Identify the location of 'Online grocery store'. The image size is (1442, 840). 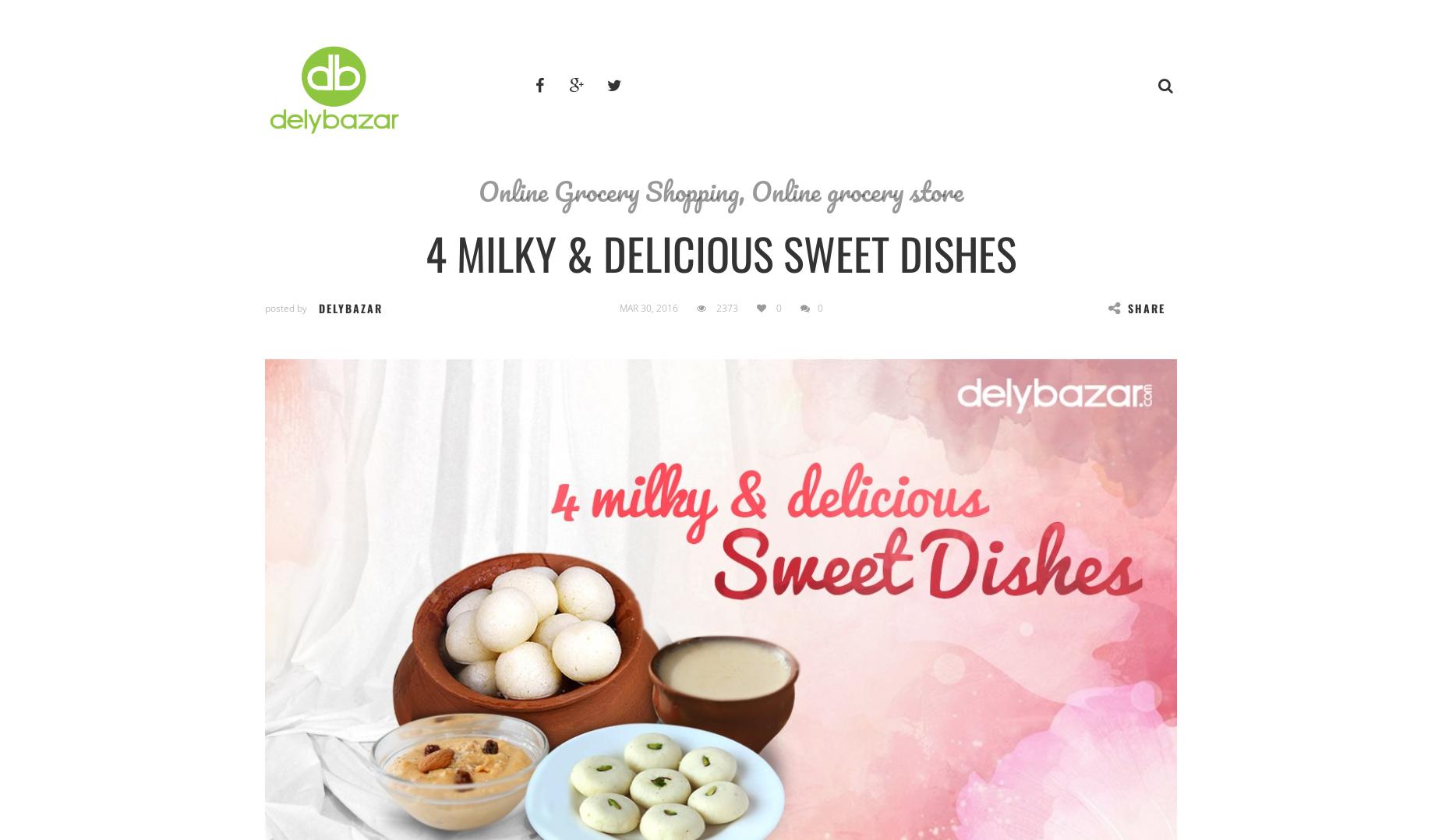
(857, 190).